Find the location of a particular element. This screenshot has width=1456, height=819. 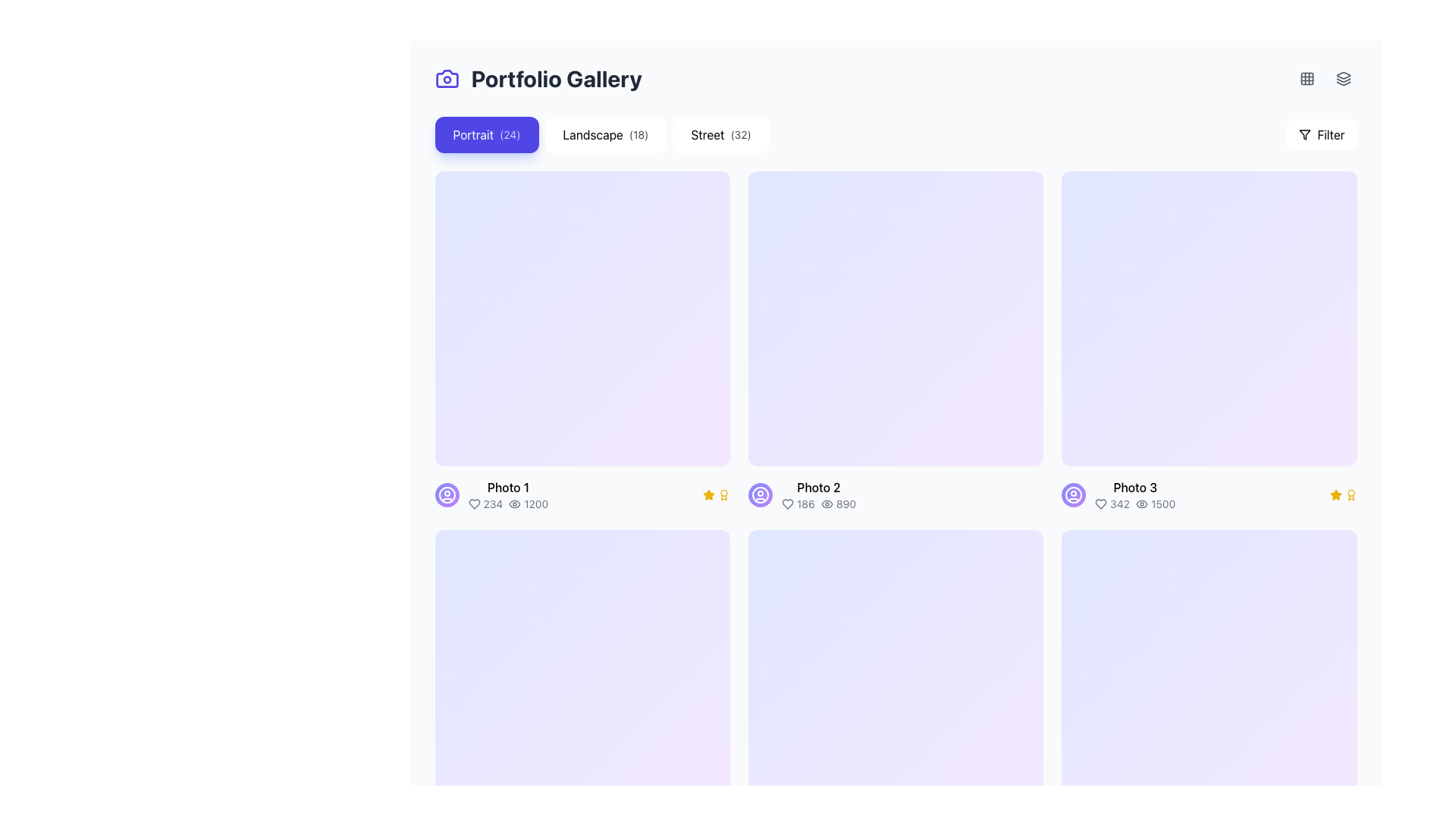

the label representing an individual portfolio item located in the lower-right area of the display grid, which contains title and summary information including likes and views is located at coordinates (1119, 495).